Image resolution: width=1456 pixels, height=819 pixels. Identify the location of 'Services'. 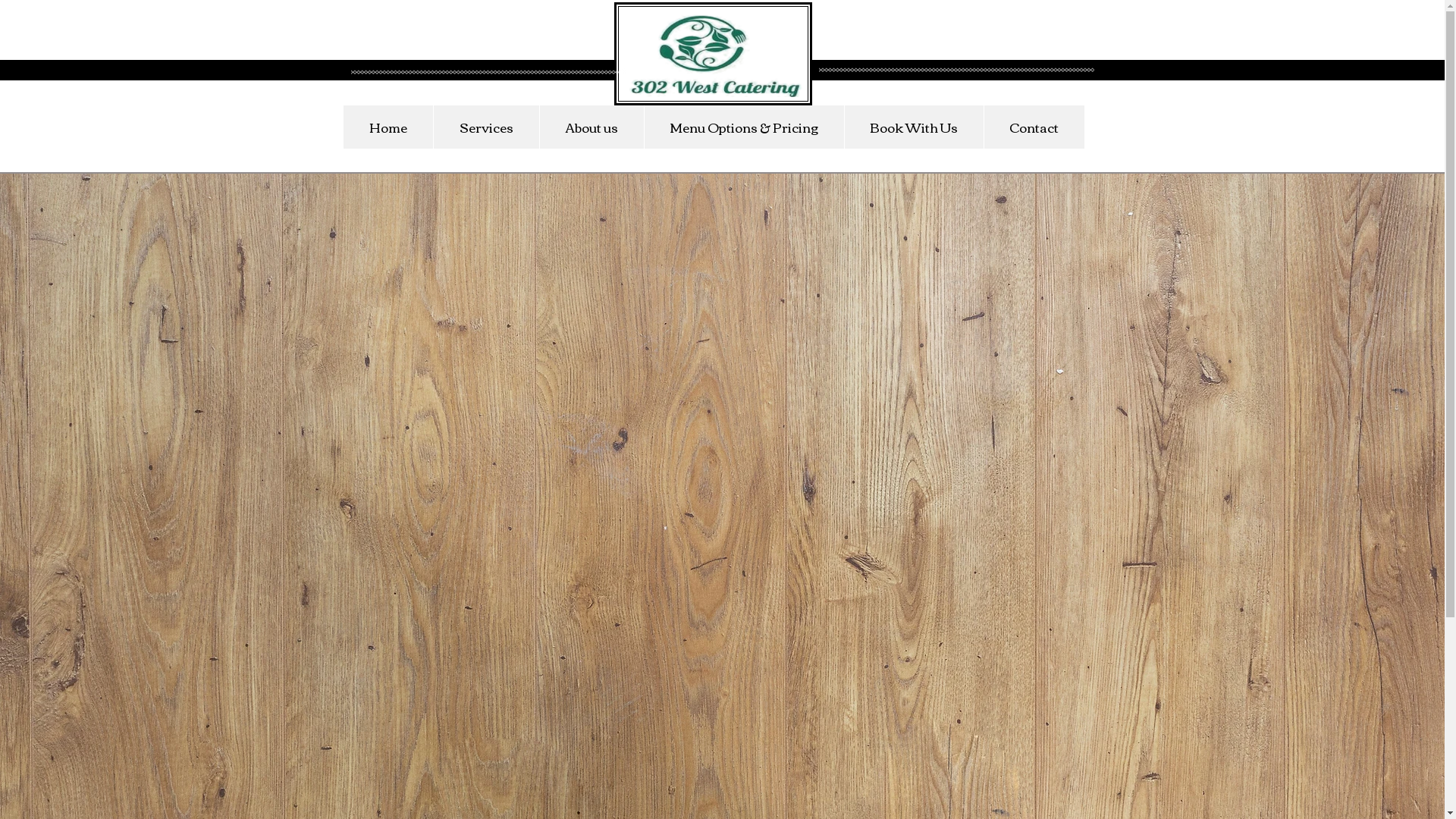
(484, 126).